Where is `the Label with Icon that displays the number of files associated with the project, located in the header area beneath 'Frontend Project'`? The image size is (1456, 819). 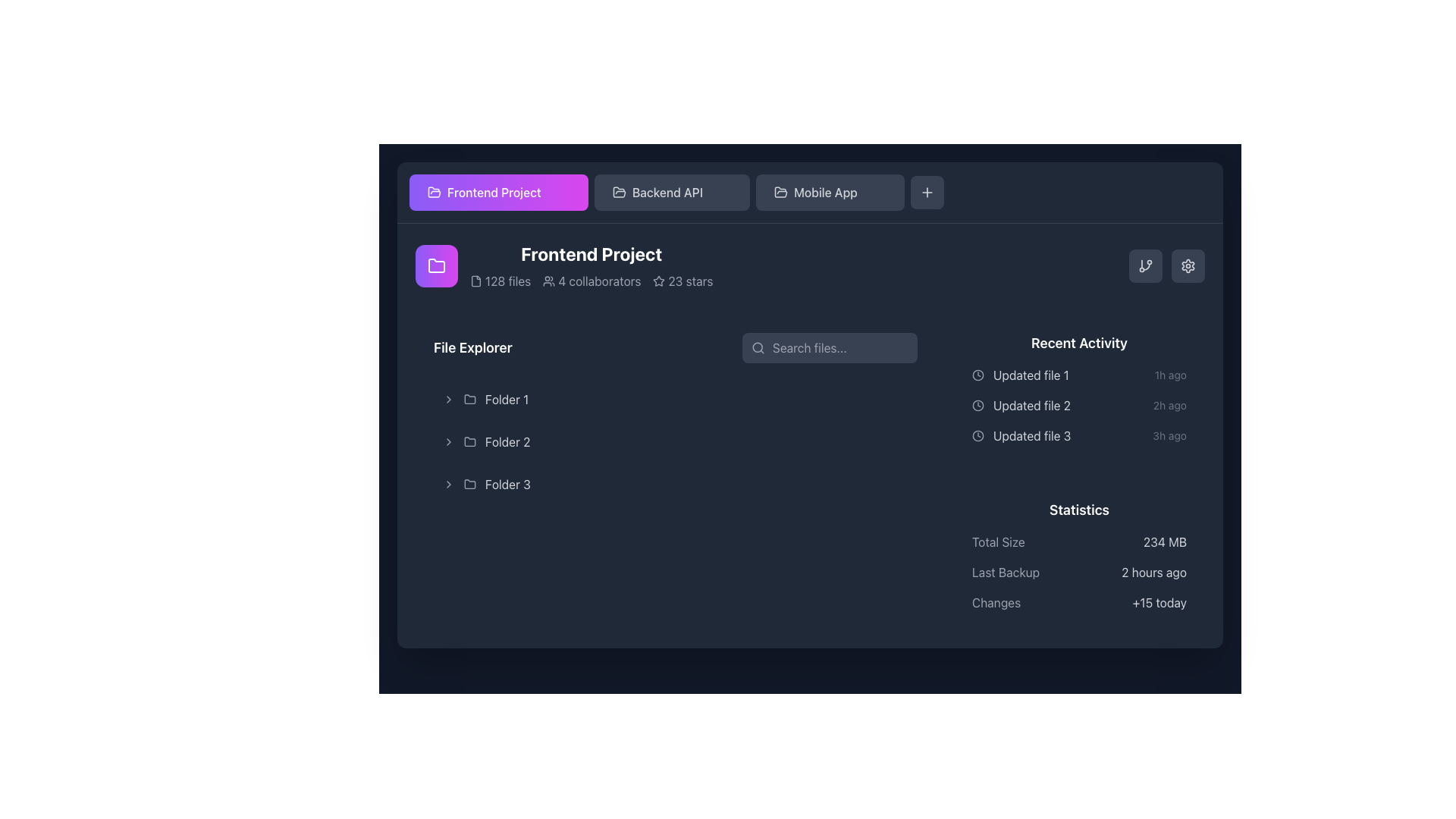
the Label with Icon that displays the number of files associated with the project, located in the header area beneath 'Frontend Project' is located at coordinates (500, 281).